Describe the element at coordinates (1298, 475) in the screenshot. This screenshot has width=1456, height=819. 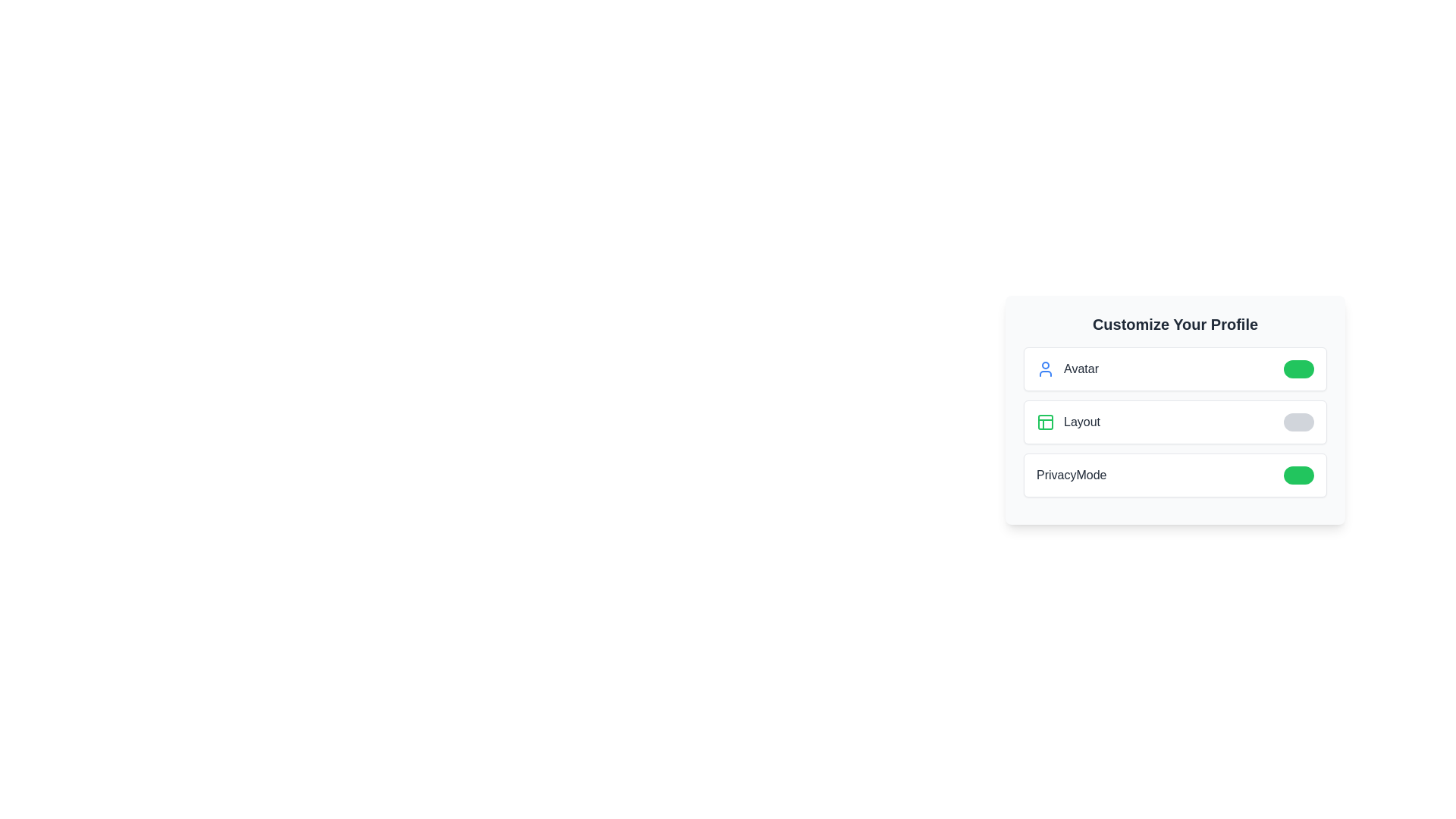
I see `the PrivacyMode toggle to change its state` at that location.